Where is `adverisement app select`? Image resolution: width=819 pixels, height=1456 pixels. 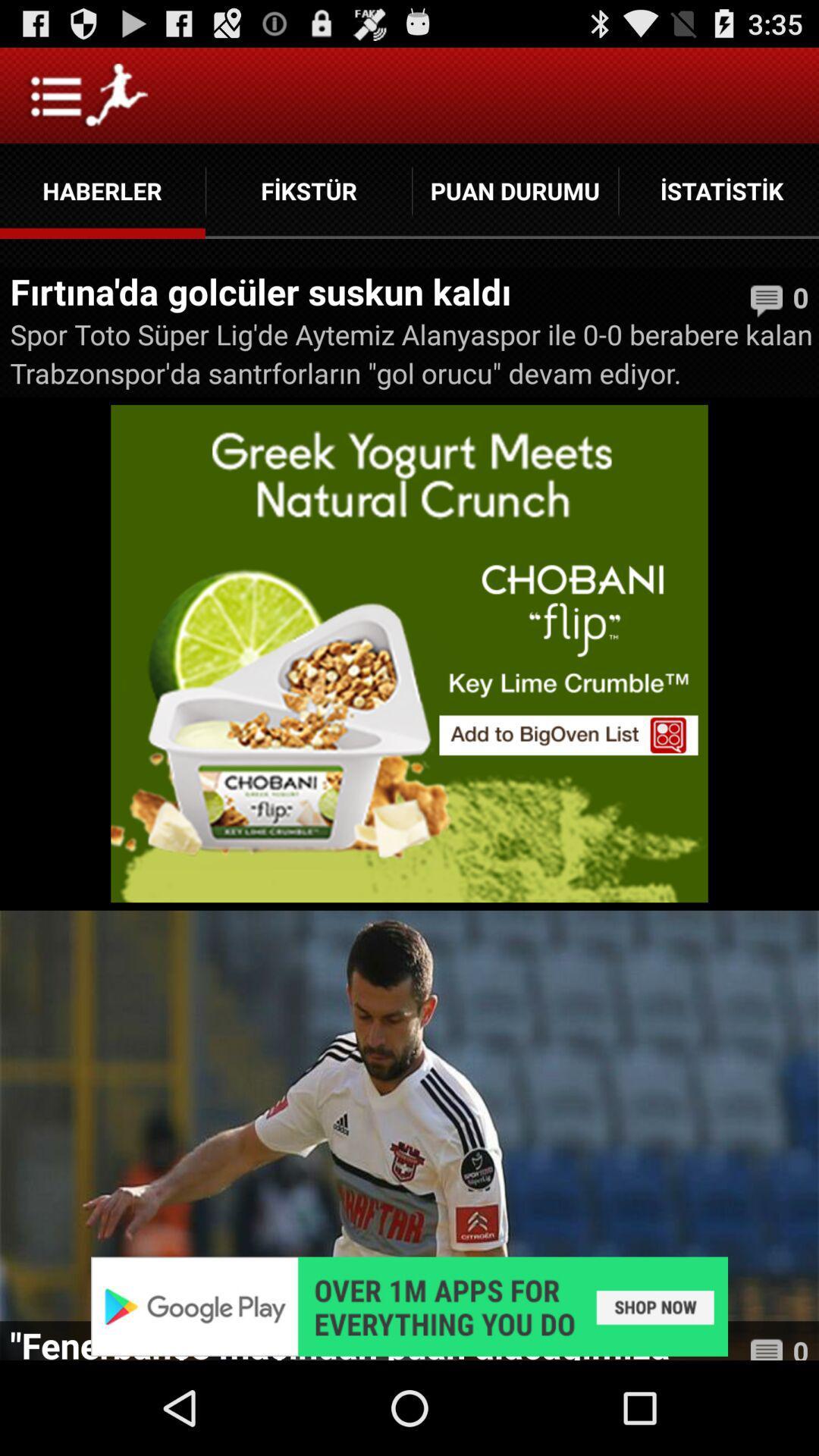 adverisement app select is located at coordinates (409, 1306).